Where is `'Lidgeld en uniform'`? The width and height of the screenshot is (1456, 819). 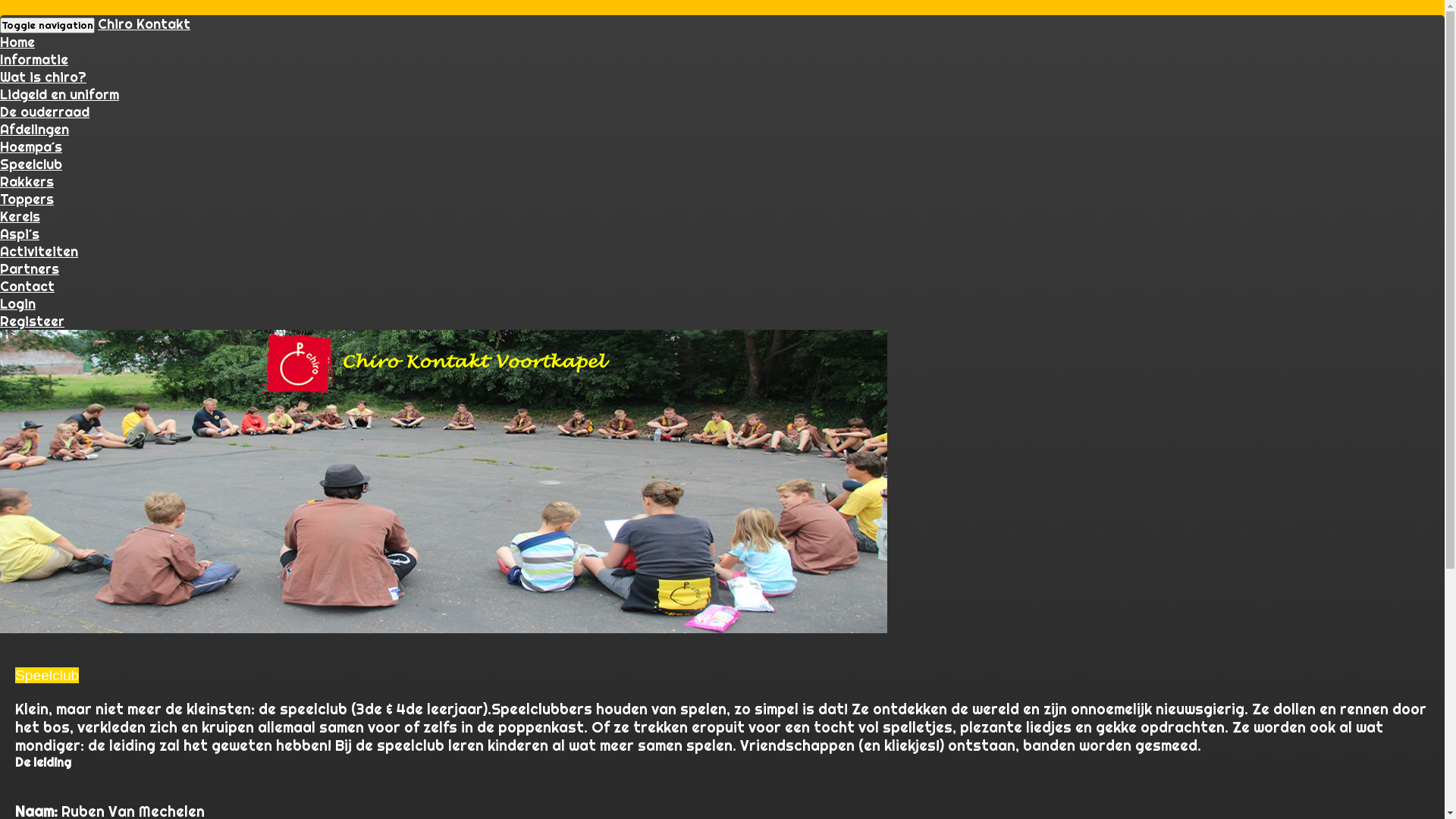
'Lidgeld en uniform' is located at coordinates (0, 94).